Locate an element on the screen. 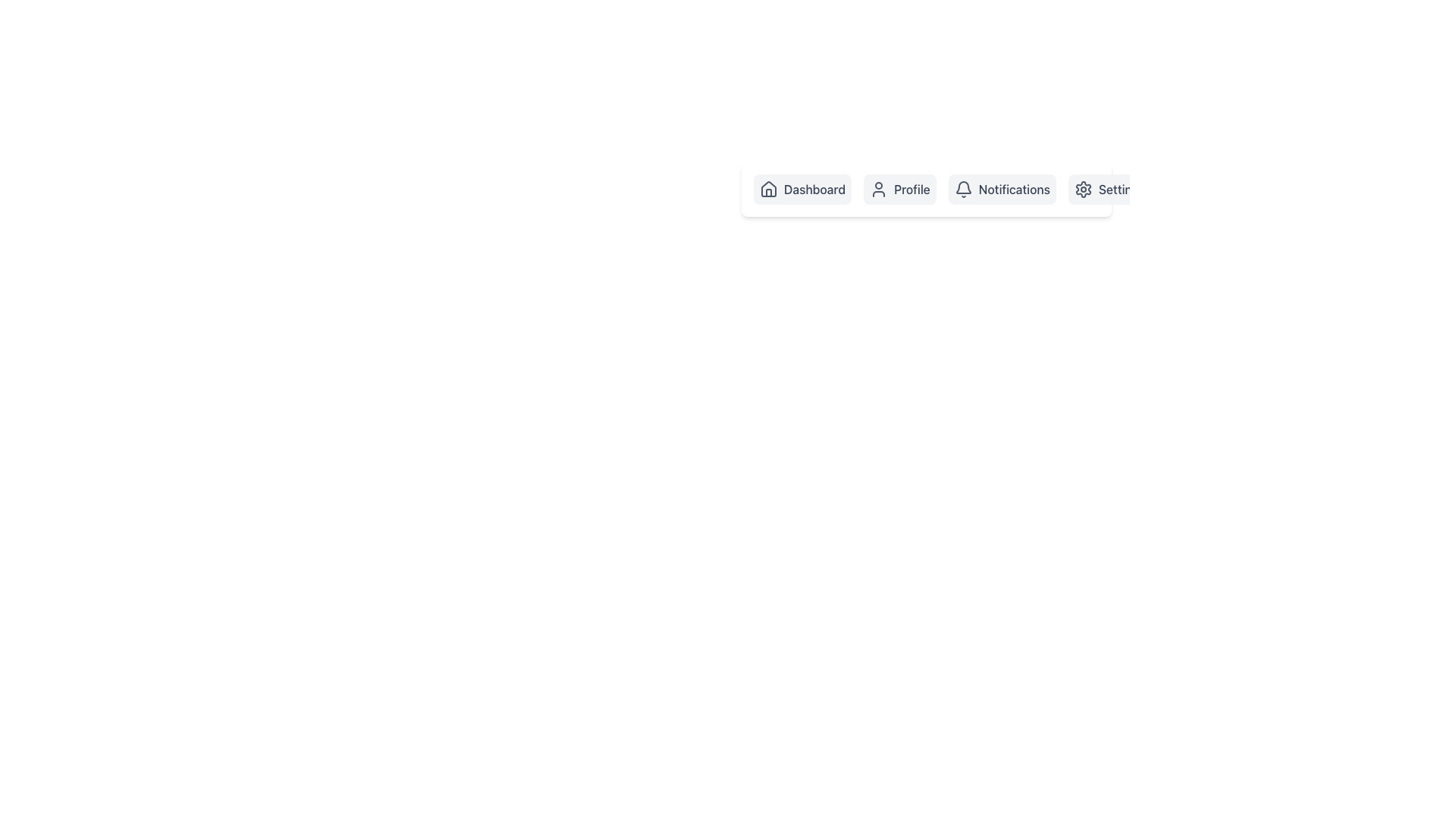 The width and height of the screenshot is (1456, 819). the 'Dashboard' navigation button, which is the first option in the navigation bar with a house-shaped icon and a light gray background that changes color on hover is located at coordinates (802, 189).